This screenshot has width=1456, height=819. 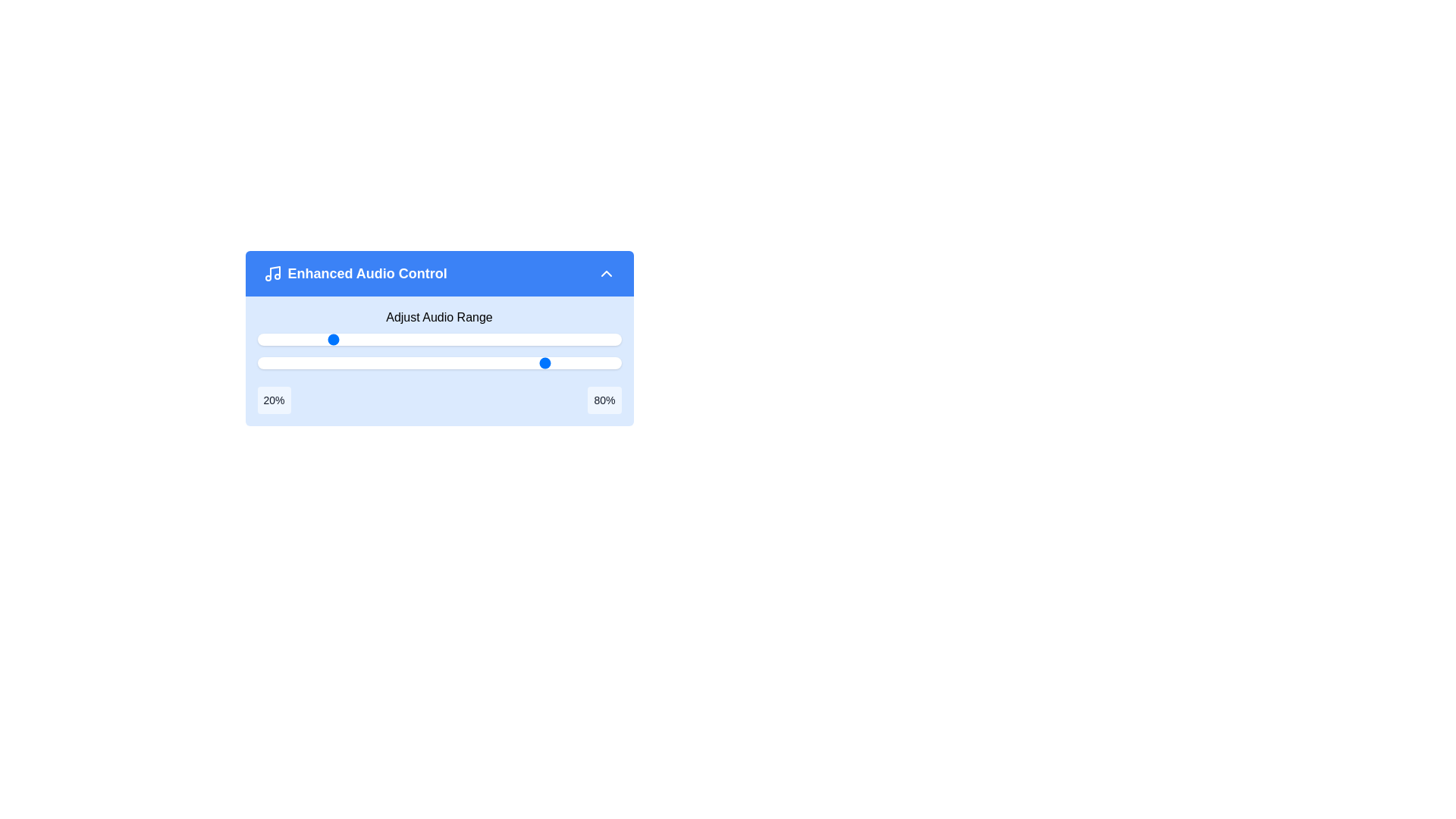 I want to click on the Header element labeled 'Enhanced Audio Control' with a musical note icon, which is located in the upper part of a card-like component with a blue background, so click(x=354, y=274).